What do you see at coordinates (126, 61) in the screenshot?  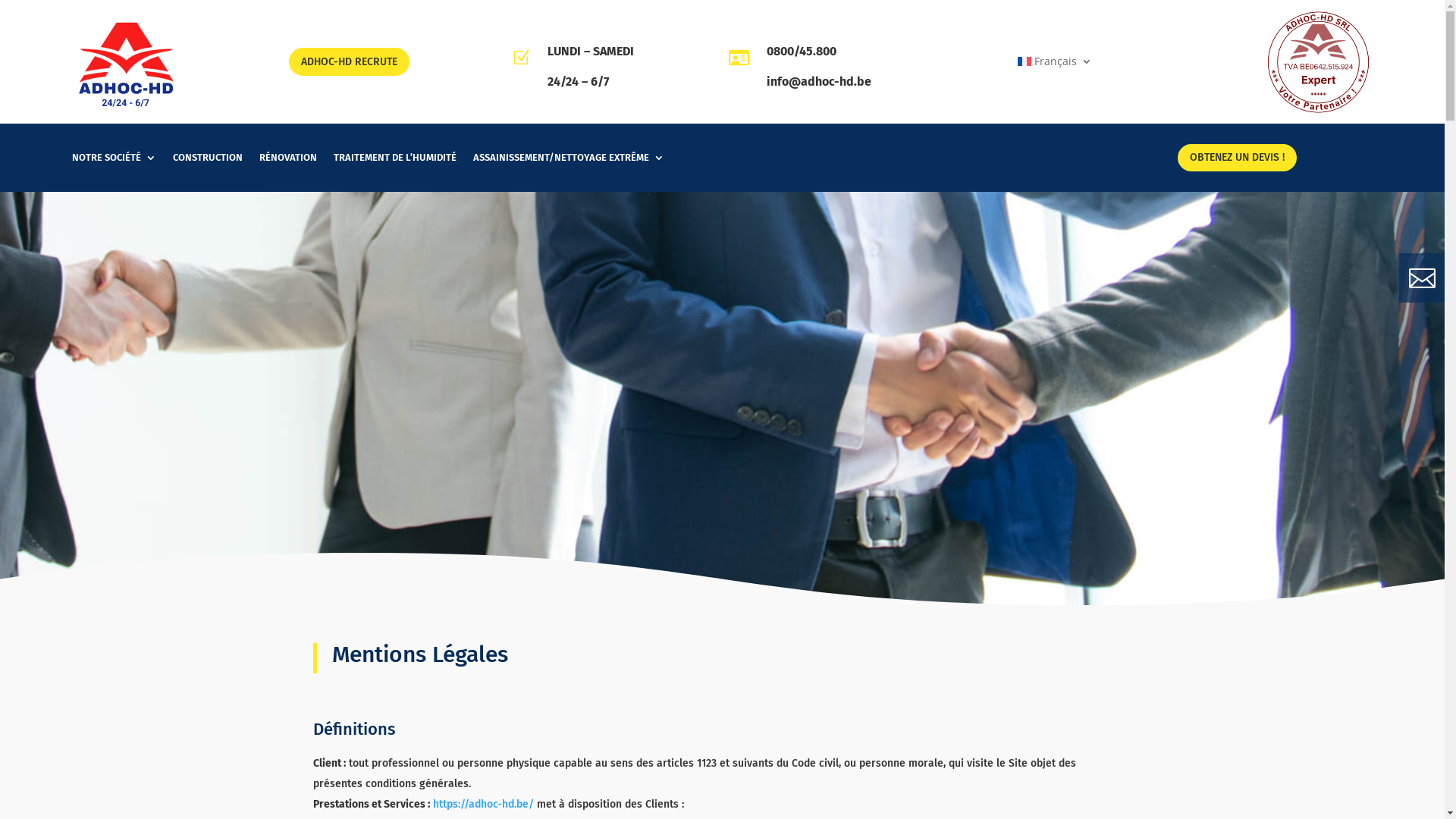 I see `'logo-adhoc-hd'` at bounding box center [126, 61].